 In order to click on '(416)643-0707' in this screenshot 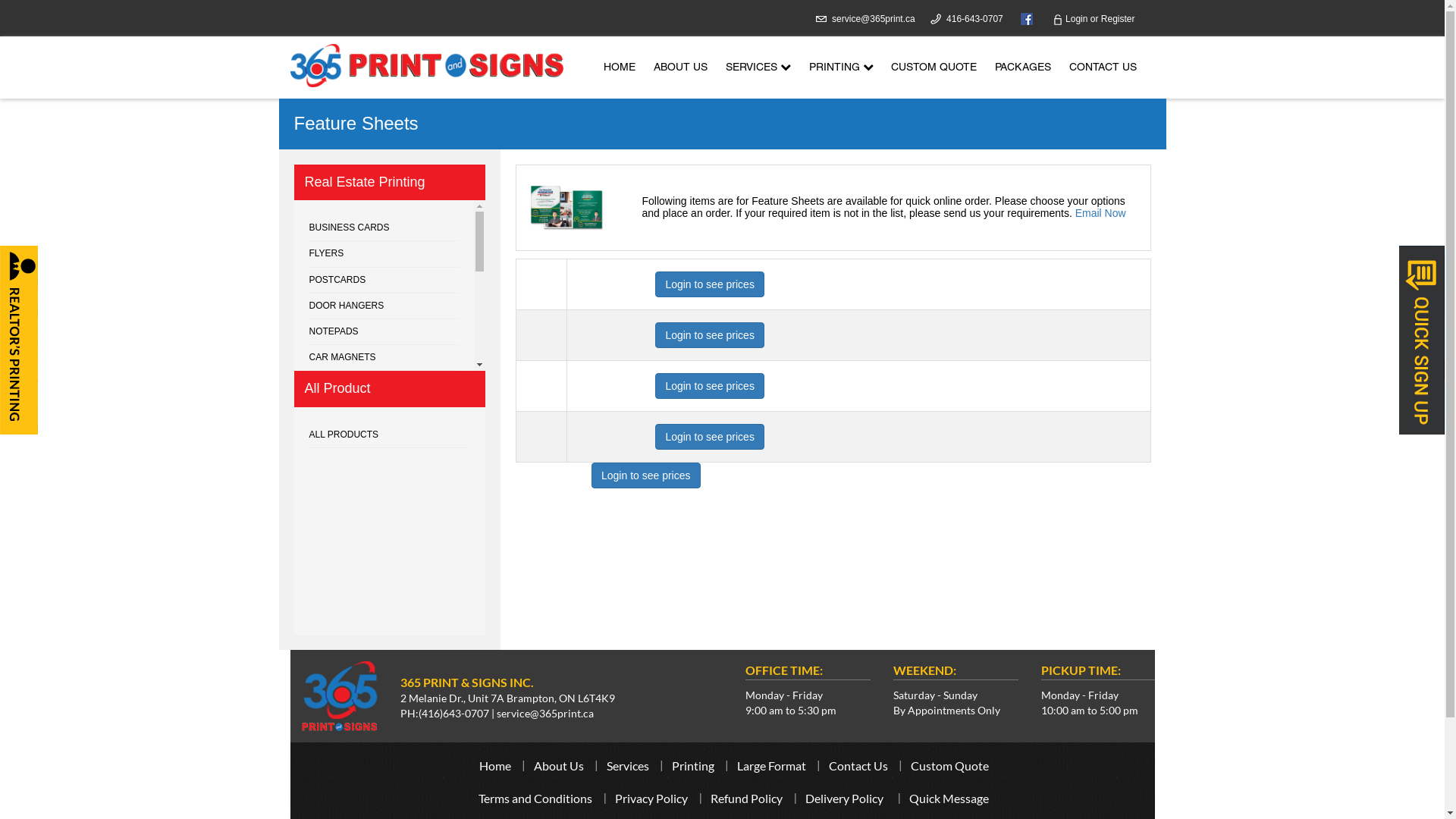, I will do `click(453, 713)`.